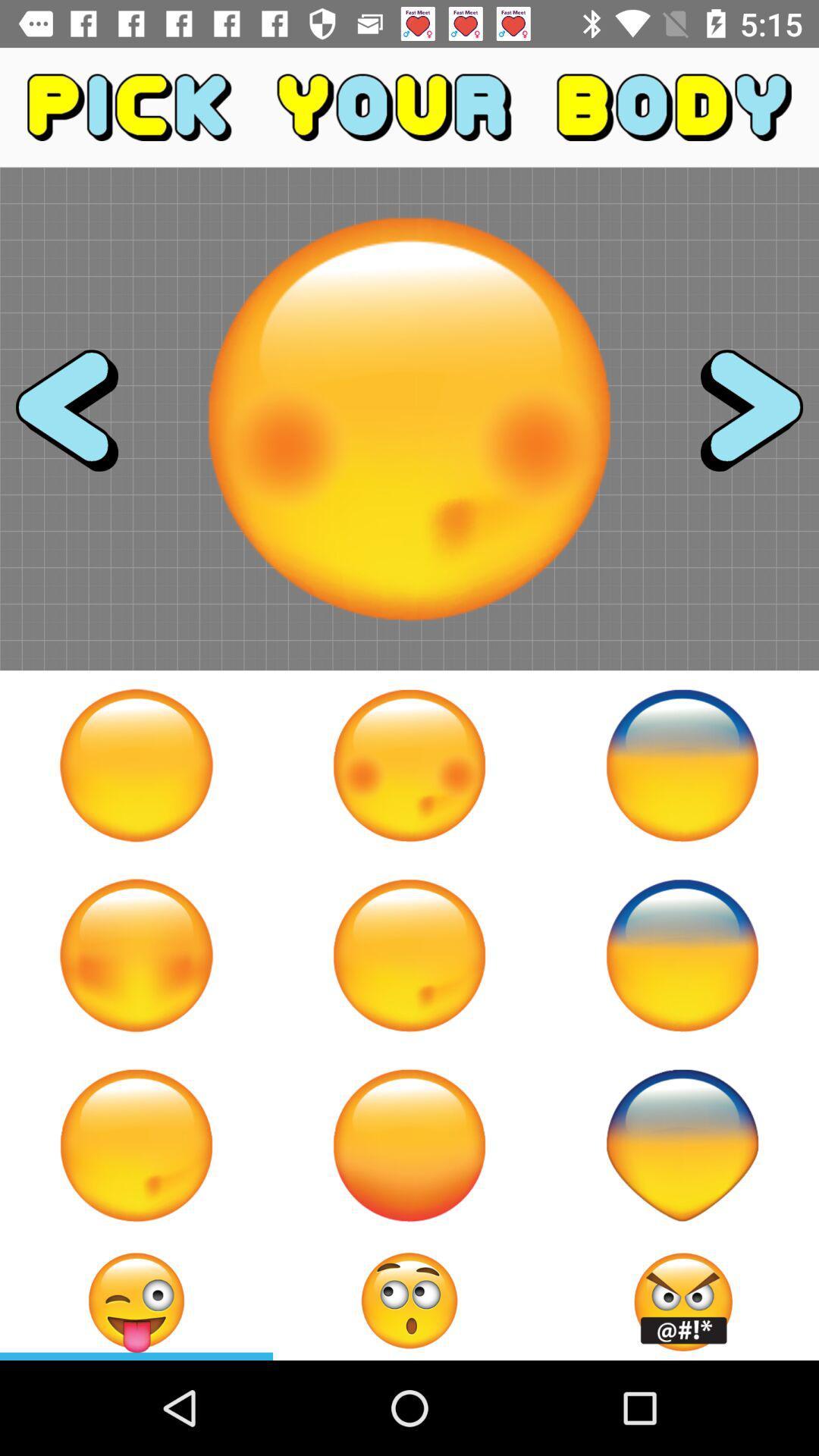 This screenshot has width=819, height=1456. What do you see at coordinates (136, 1300) in the screenshot?
I see `tag option` at bounding box center [136, 1300].